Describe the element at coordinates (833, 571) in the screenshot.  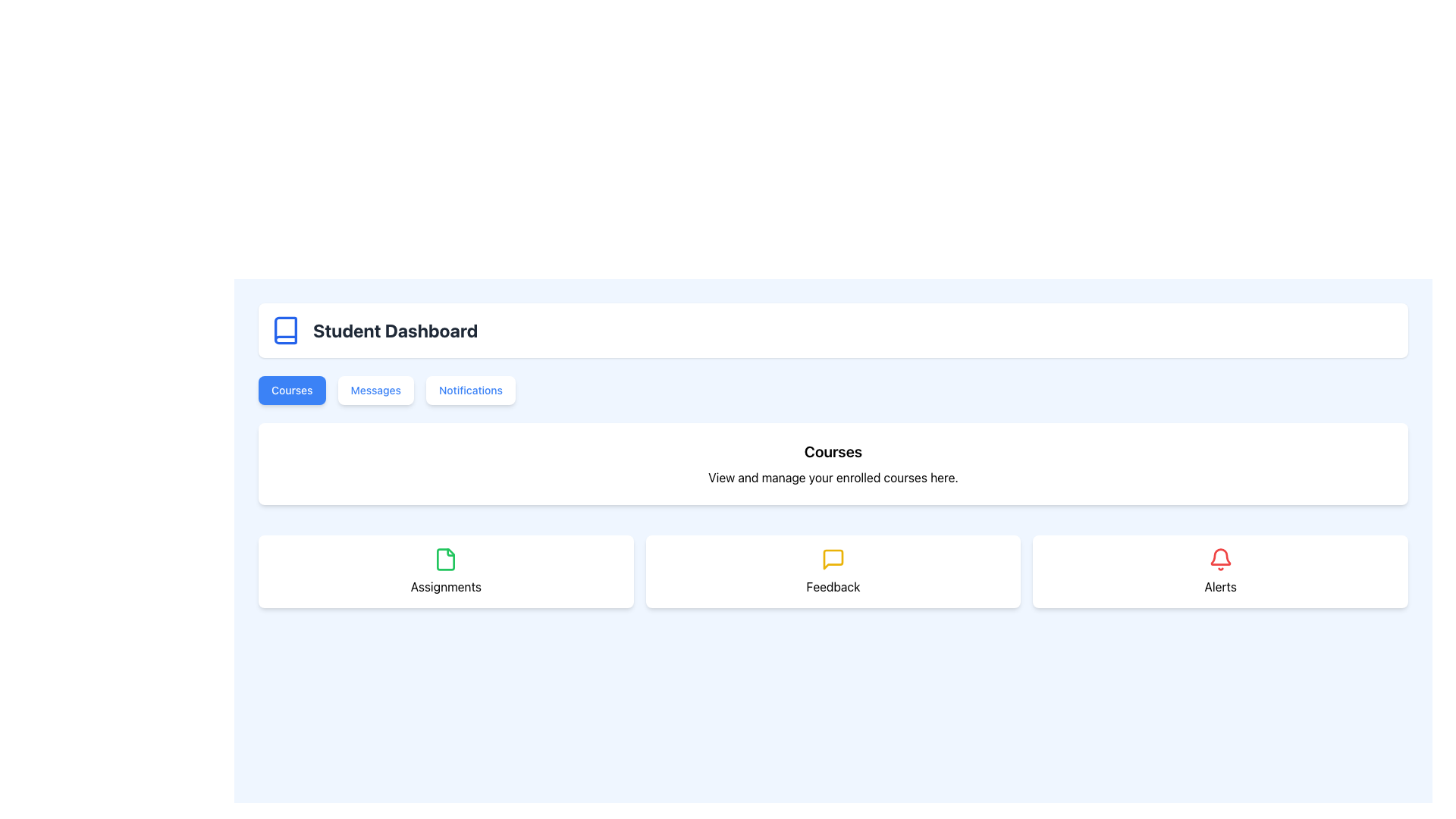
I see `the second card from the left in a horizontal row of three cards, located below the 'Courses' section, which is intended for user feedback functionality` at that location.